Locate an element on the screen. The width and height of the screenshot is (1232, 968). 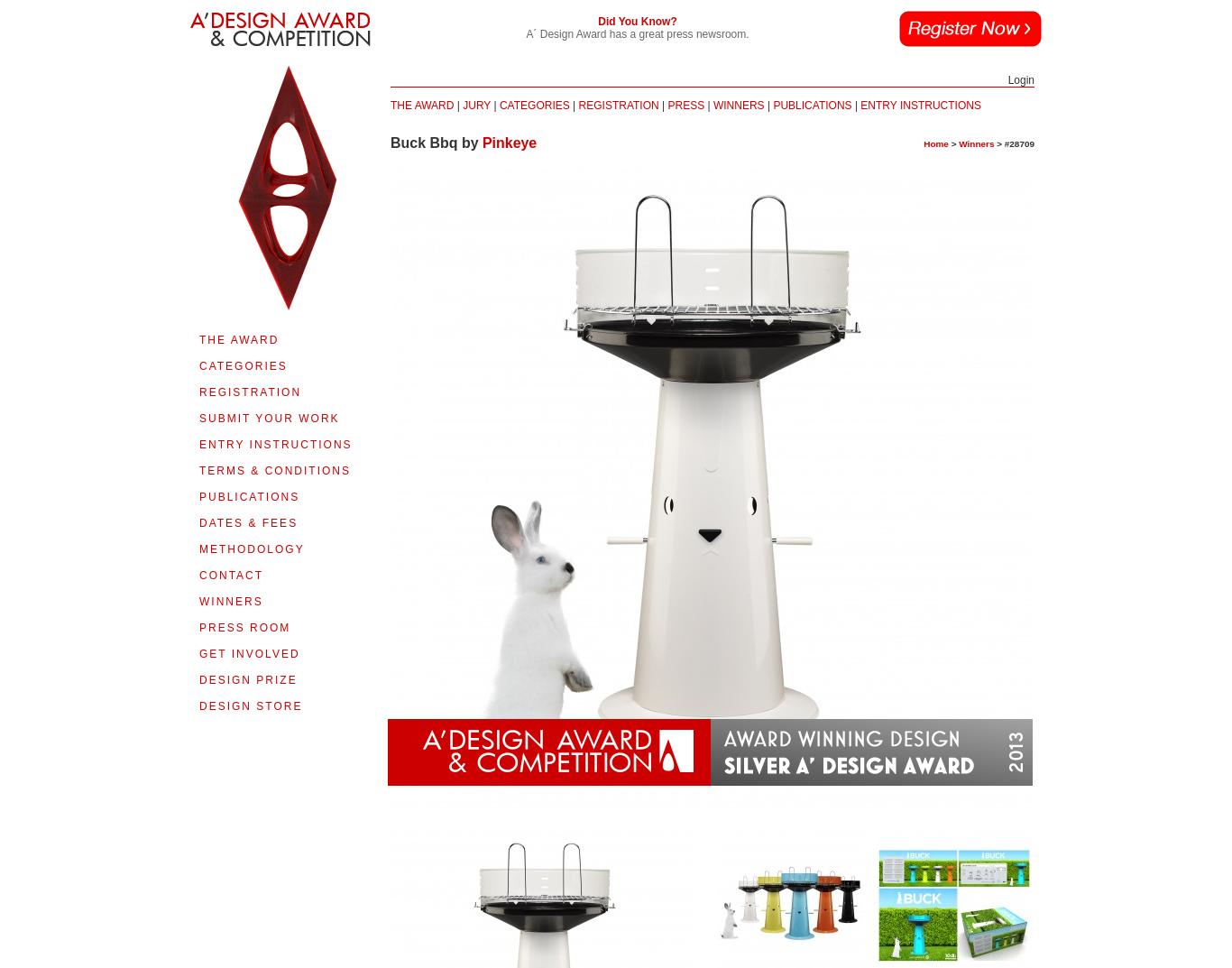
'Buck Bbq by' is located at coordinates (436, 142).